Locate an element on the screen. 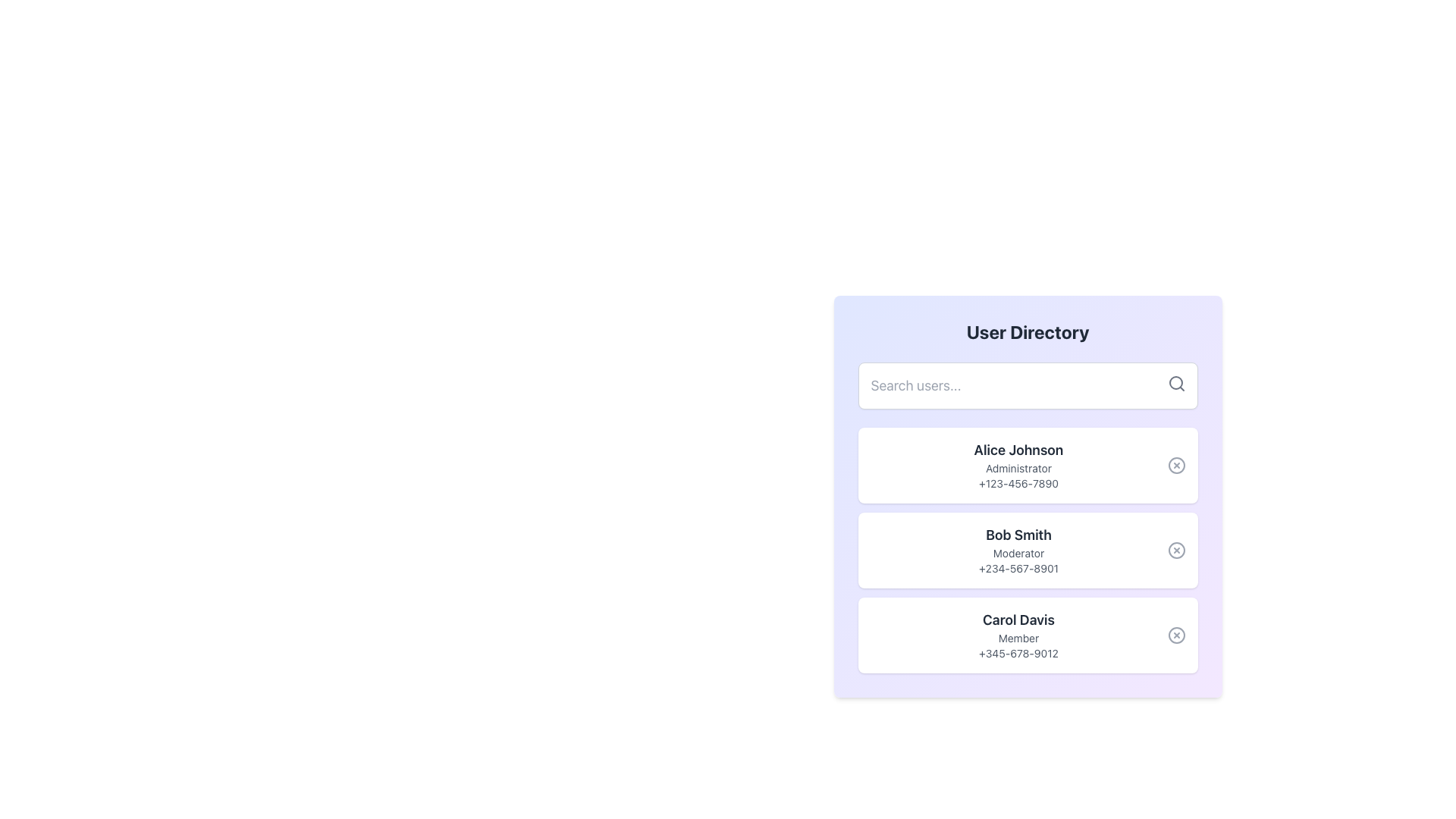 The height and width of the screenshot is (819, 1456). the label indicating that Bob Smith is a 'Moderator', which is located directly below his name and above his phone number in the user directory is located at coordinates (1018, 553).